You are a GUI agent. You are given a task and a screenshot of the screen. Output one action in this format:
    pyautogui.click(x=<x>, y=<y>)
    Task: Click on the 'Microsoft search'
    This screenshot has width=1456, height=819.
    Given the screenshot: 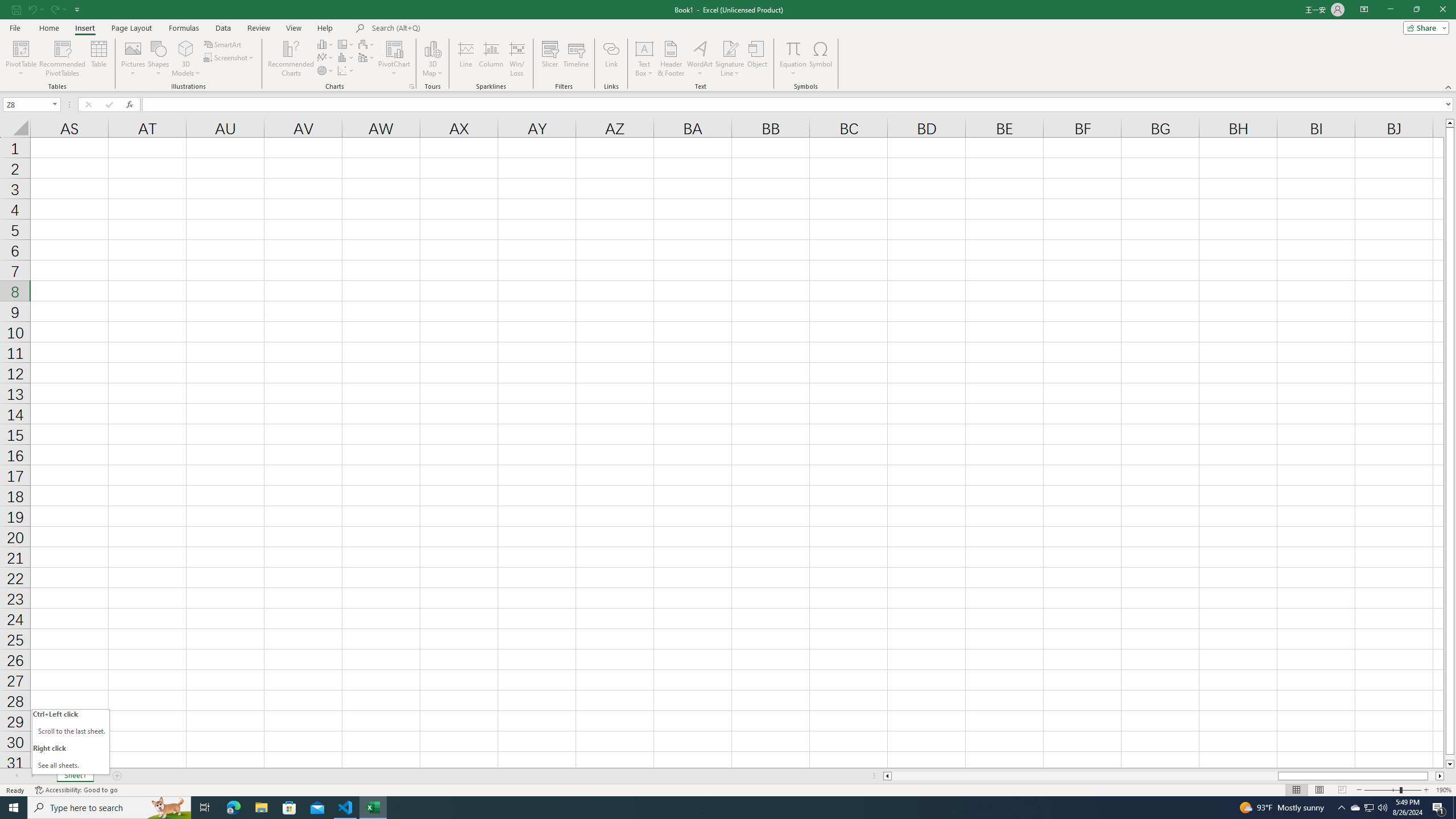 What is the action you would take?
    pyautogui.click(x=450, y=28)
    